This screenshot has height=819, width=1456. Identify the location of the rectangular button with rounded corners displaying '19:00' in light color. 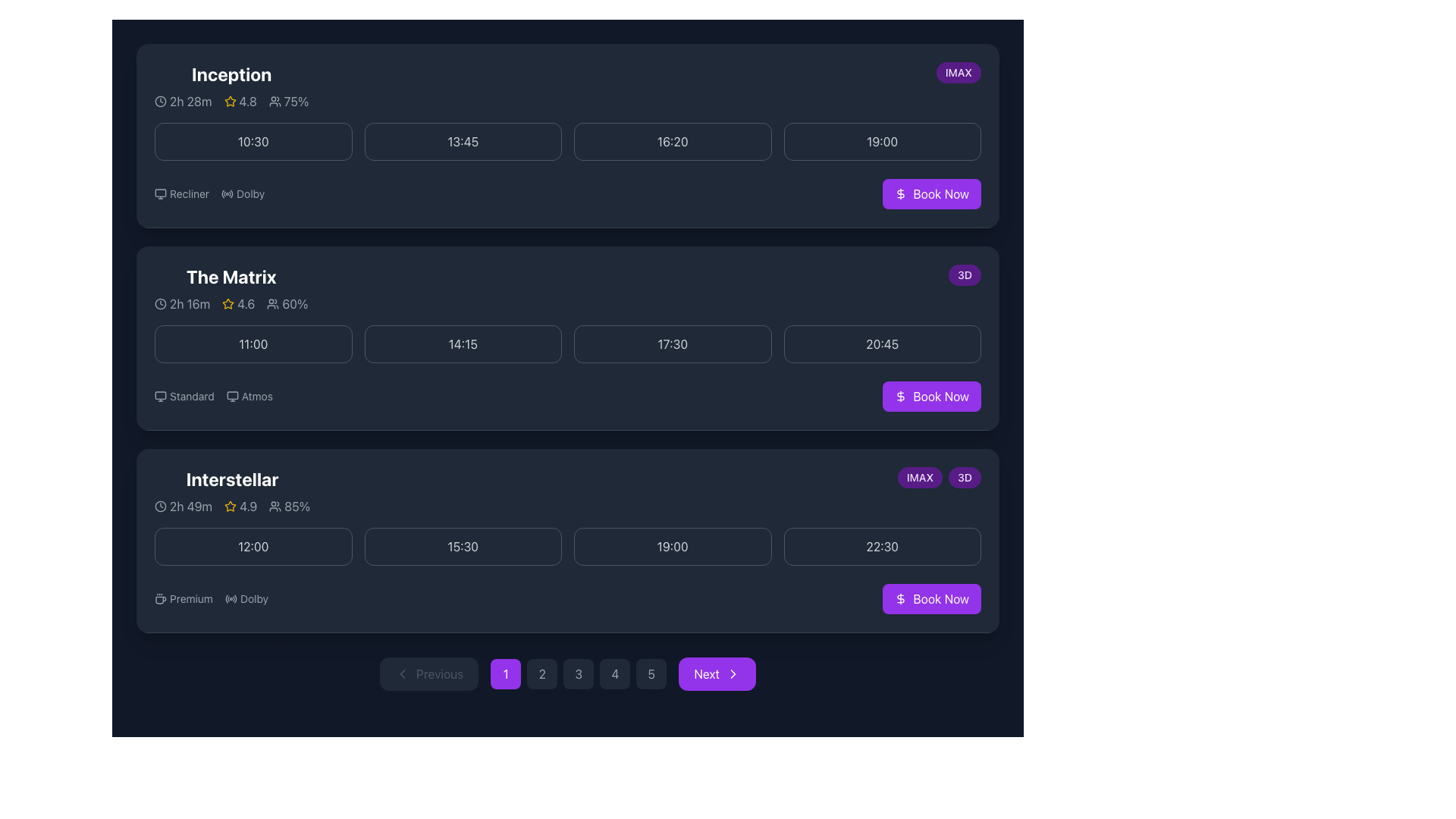
(882, 141).